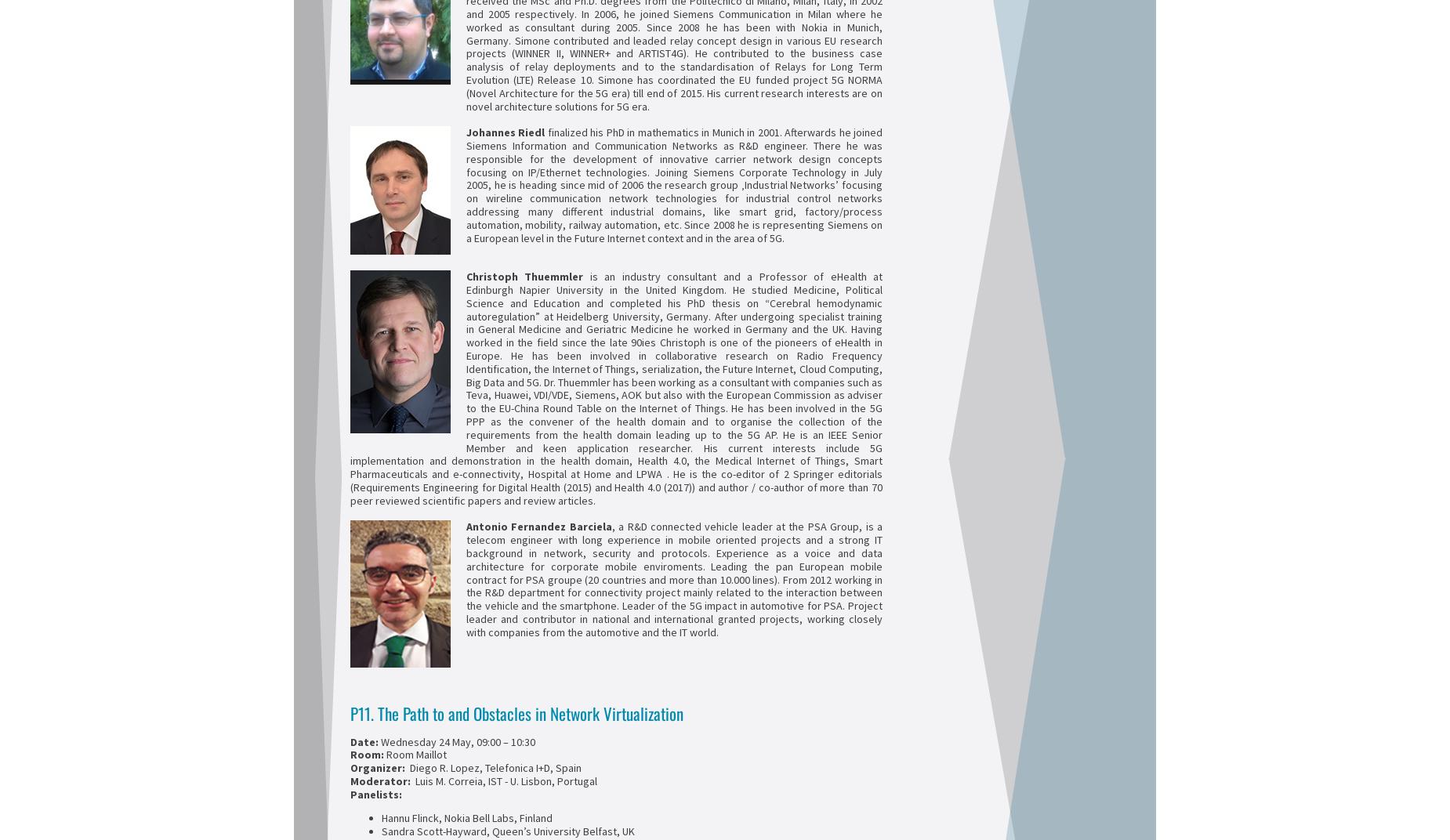 The image size is (1450, 840). Describe the element at coordinates (467, 818) in the screenshot. I see `'Hannu Flinck, Nokia Bell Labs, Finland'` at that location.